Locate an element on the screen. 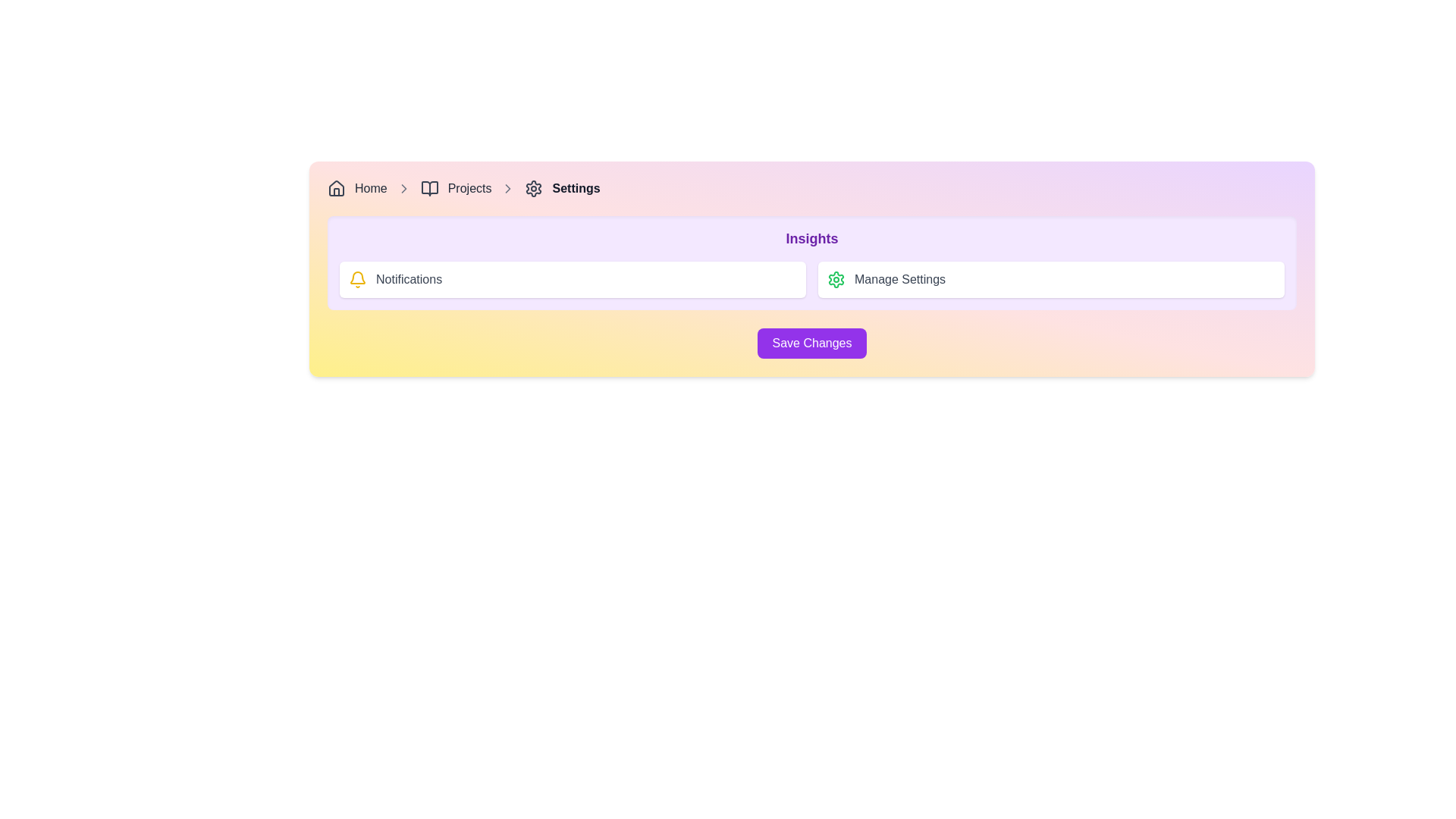 The image size is (1456, 819). the navigation link that directs to the homepage, which is the second item is located at coordinates (371, 188).